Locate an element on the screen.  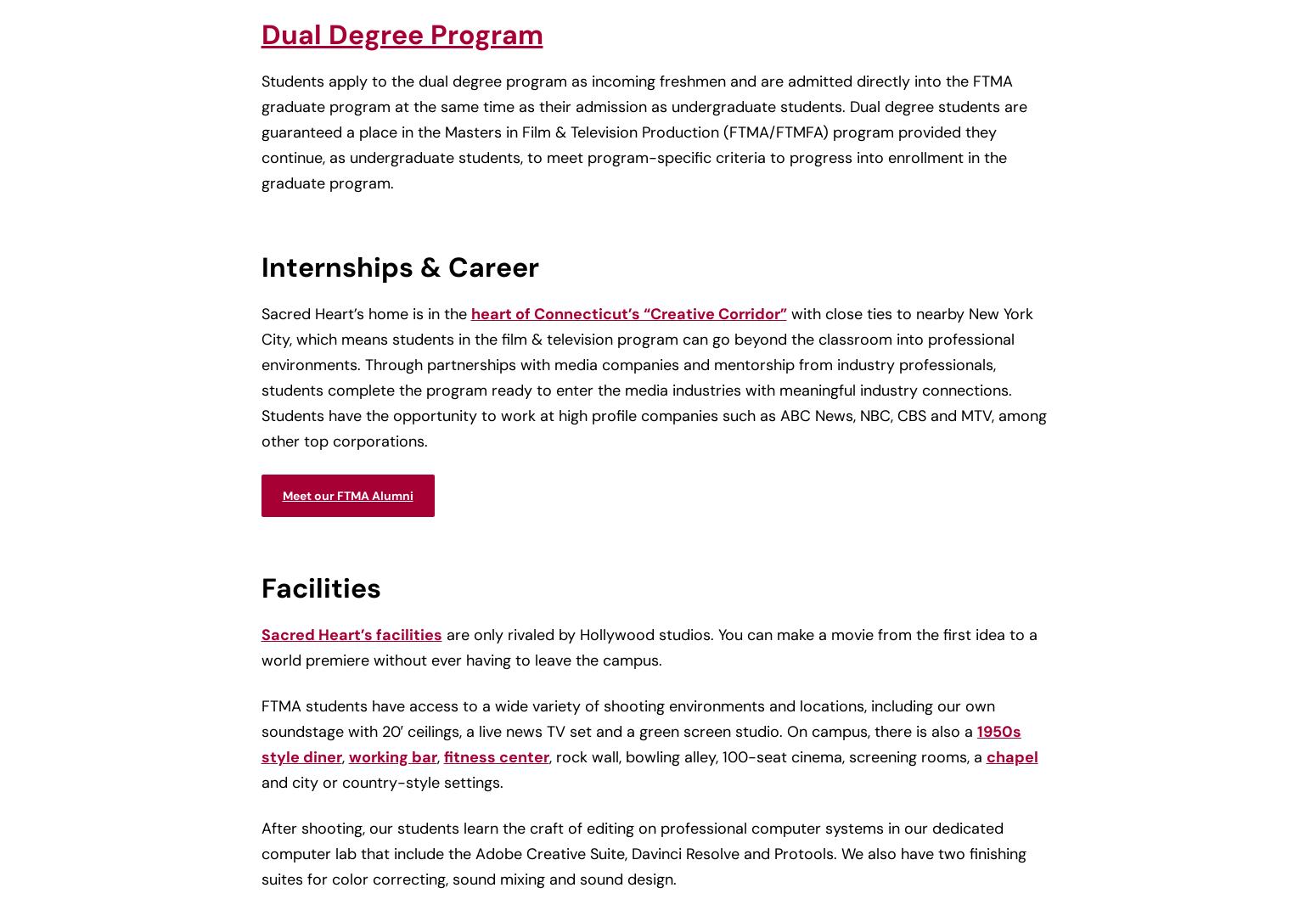
'The film and television master’s program' is located at coordinates (267, 337).